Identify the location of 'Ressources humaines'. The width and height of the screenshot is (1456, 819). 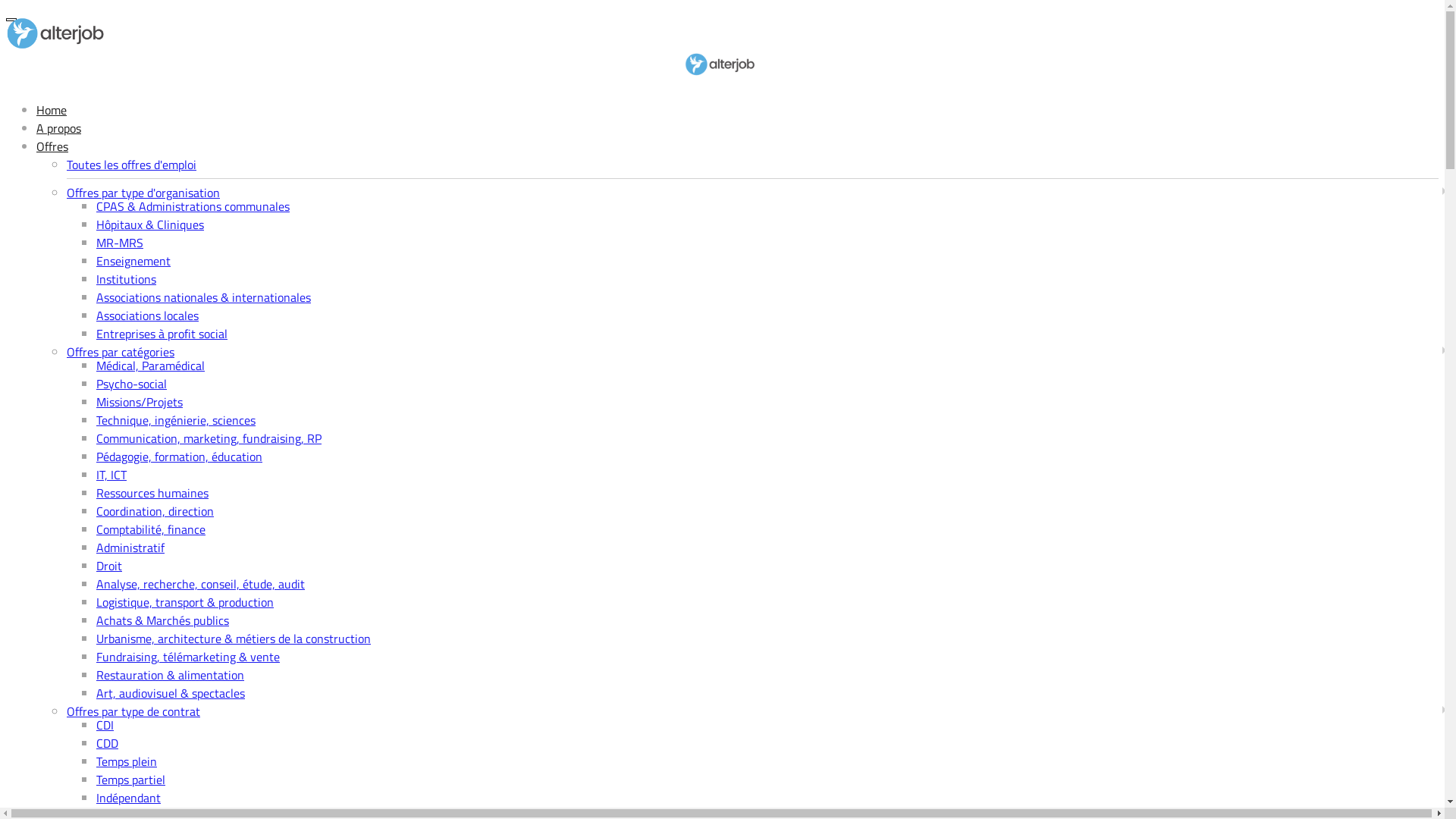
(152, 493).